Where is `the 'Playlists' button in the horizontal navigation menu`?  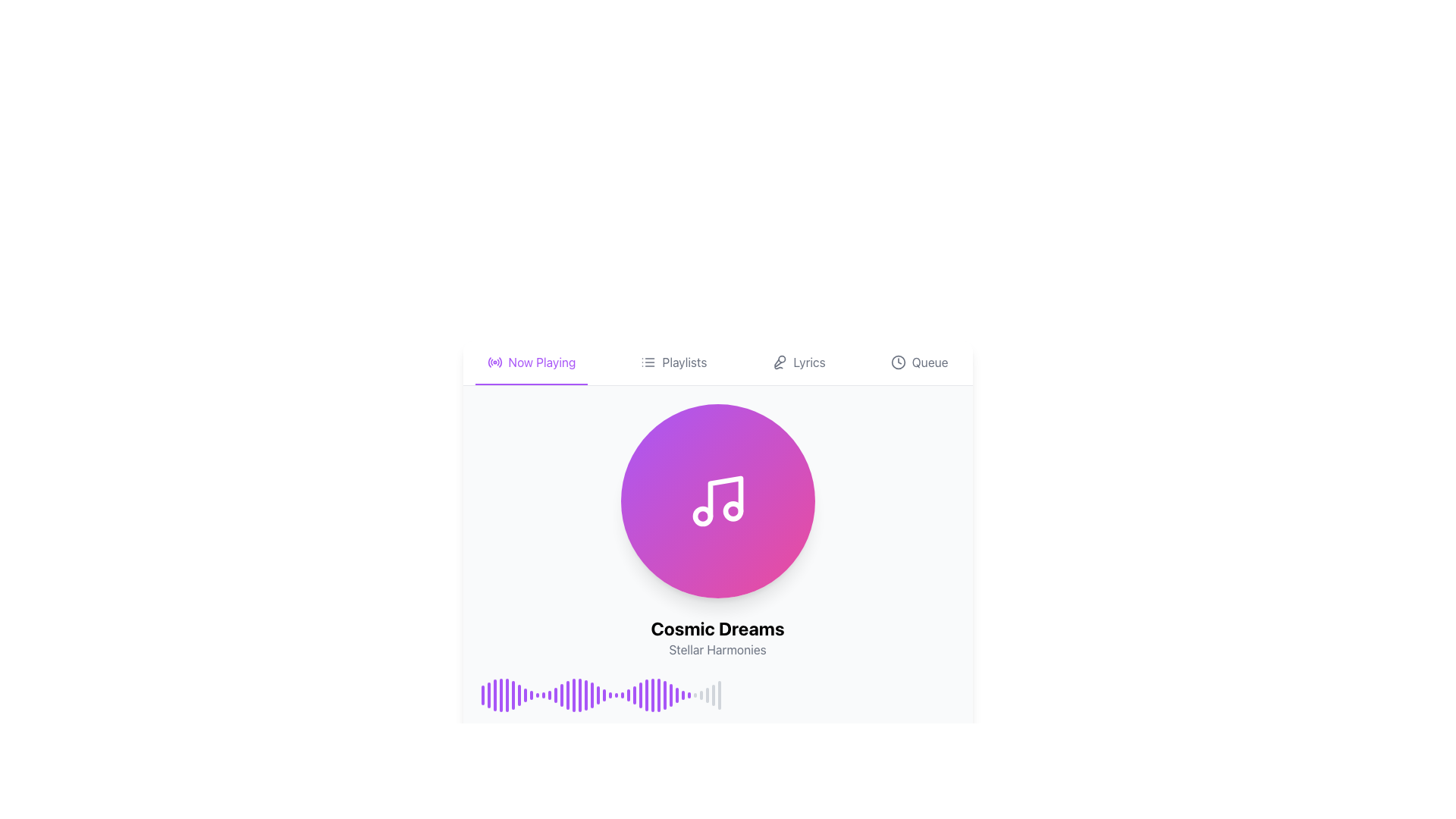
the 'Playlists' button in the horizontal navigation menu is located at coordinates (673, 362).